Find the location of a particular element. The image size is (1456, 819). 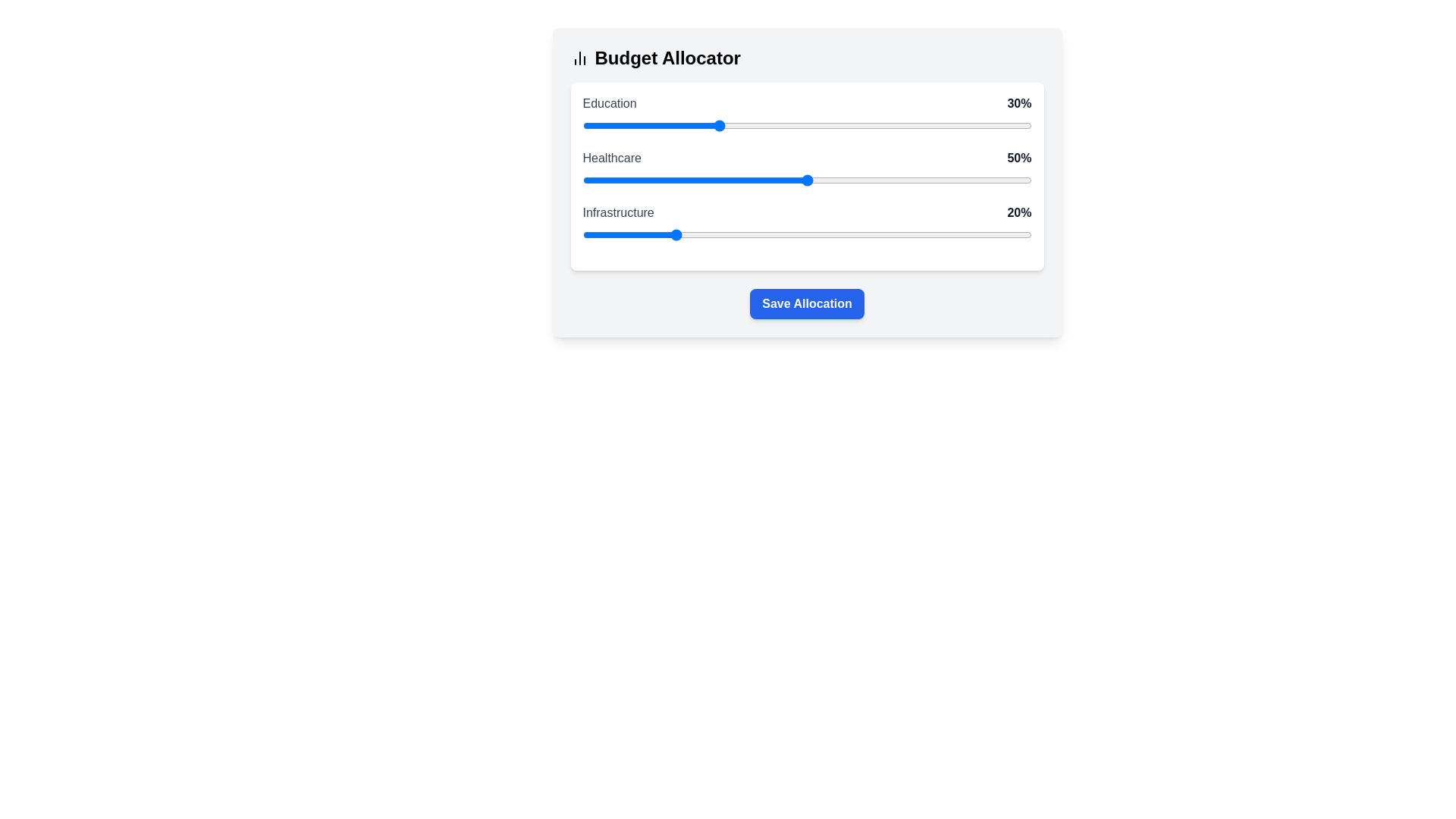

infrastructure allocation is located at coordinates (806, 234).